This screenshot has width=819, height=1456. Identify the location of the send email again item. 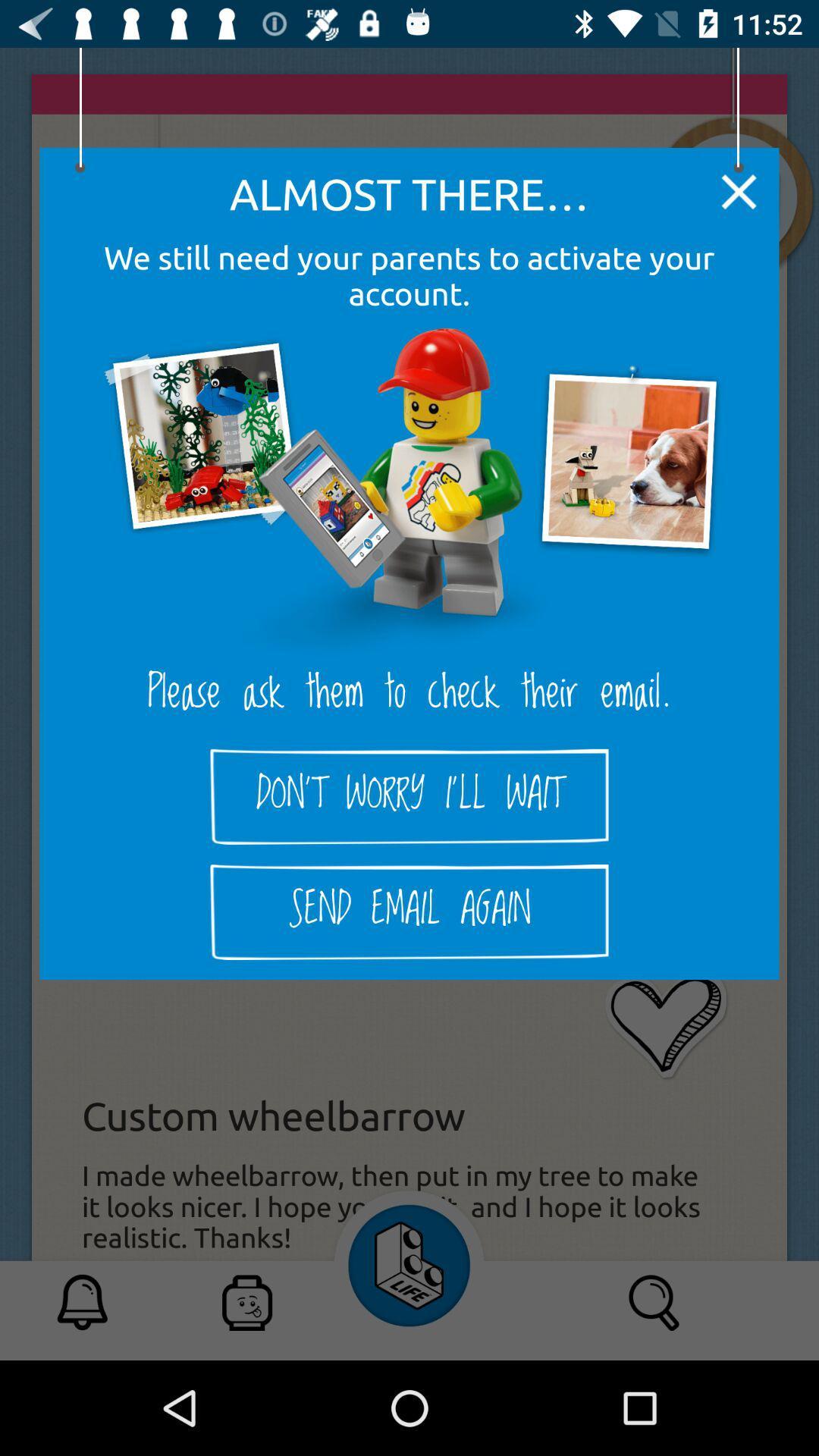
(409, 912).